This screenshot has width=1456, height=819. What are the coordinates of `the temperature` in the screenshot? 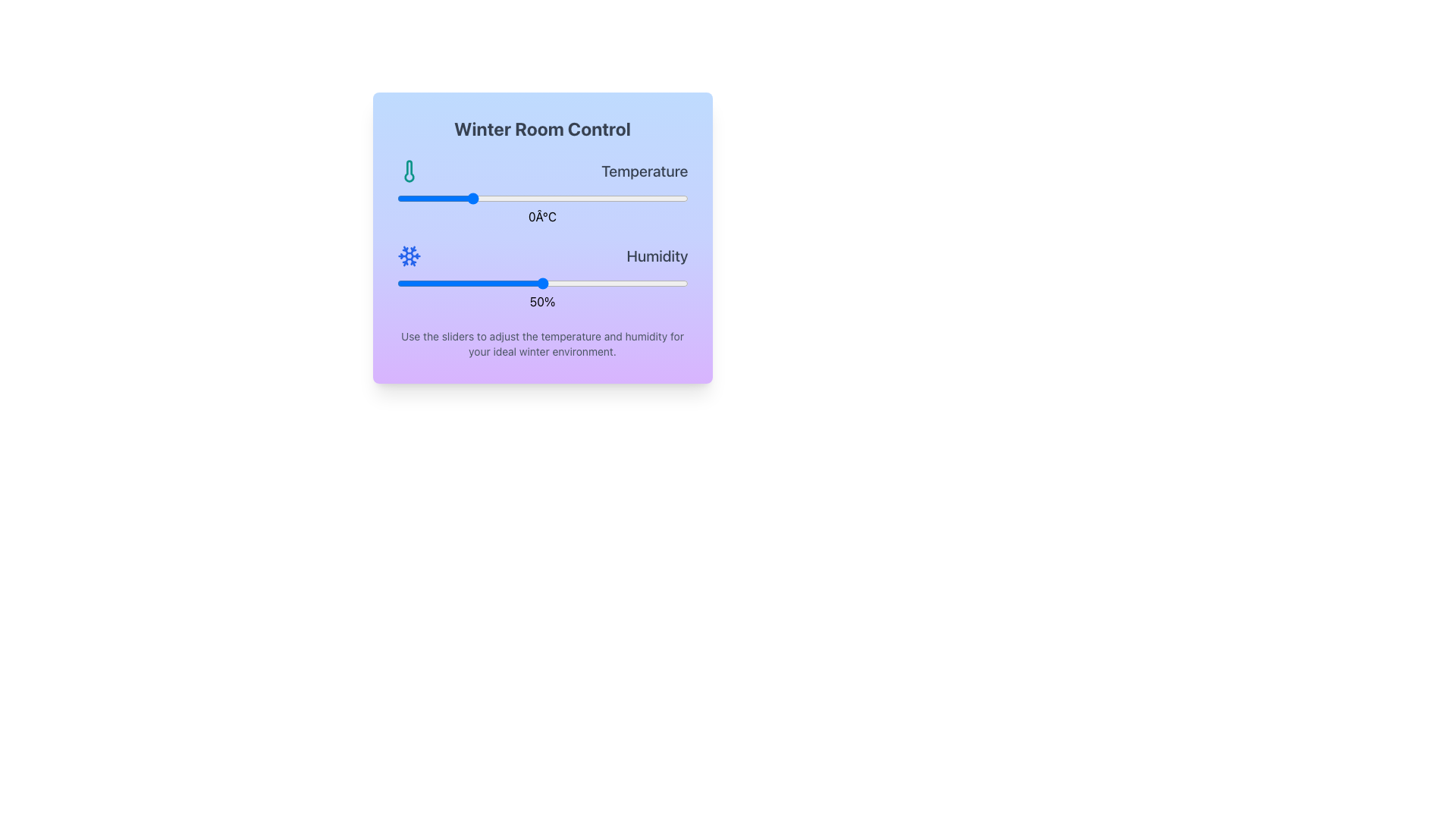 It's located at (607, 198).